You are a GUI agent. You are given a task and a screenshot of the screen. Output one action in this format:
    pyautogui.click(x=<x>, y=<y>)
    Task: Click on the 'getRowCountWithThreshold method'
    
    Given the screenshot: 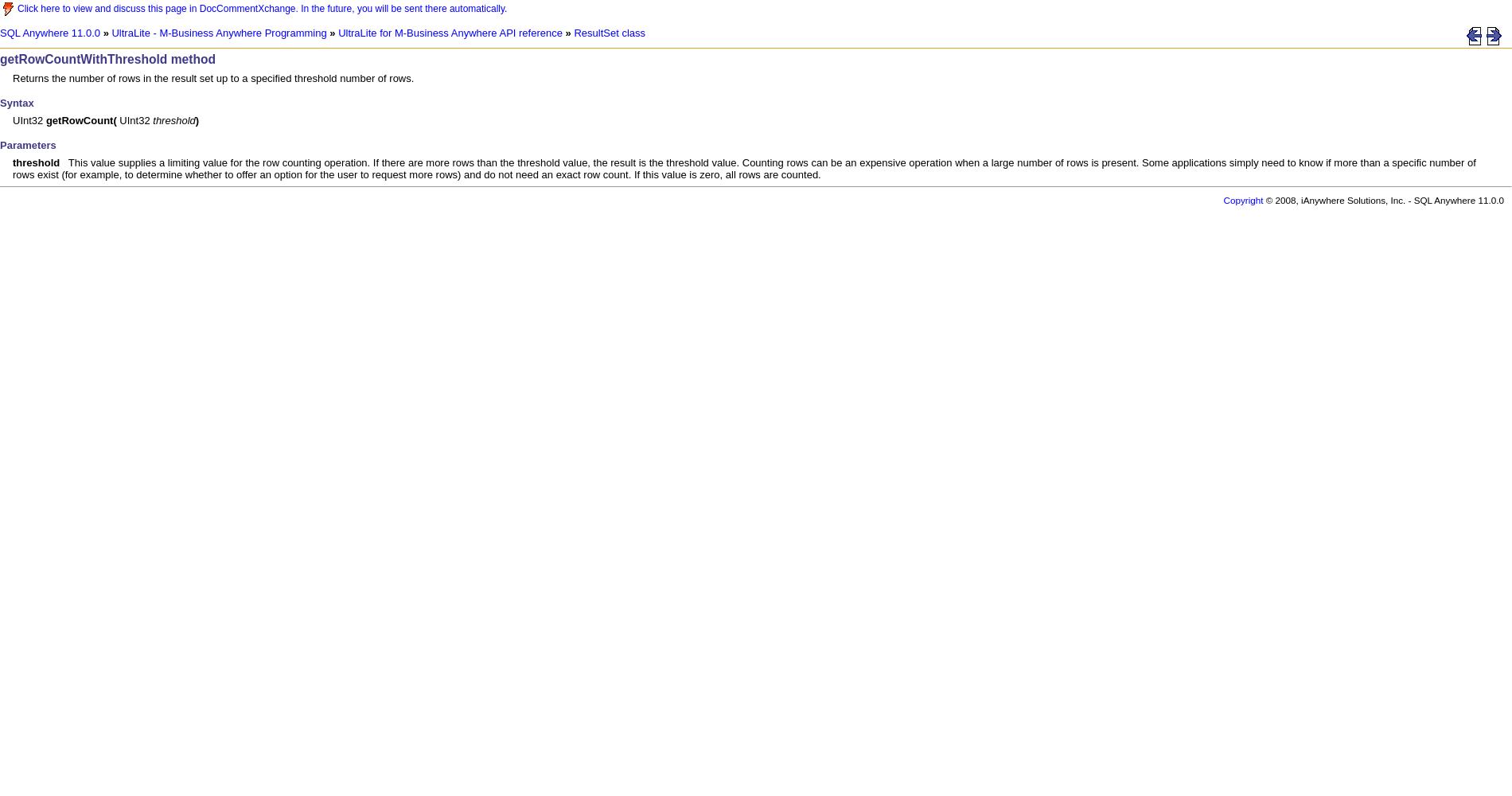 What is the action you would take?
    pyautogui.click(x=107, y=58)
    